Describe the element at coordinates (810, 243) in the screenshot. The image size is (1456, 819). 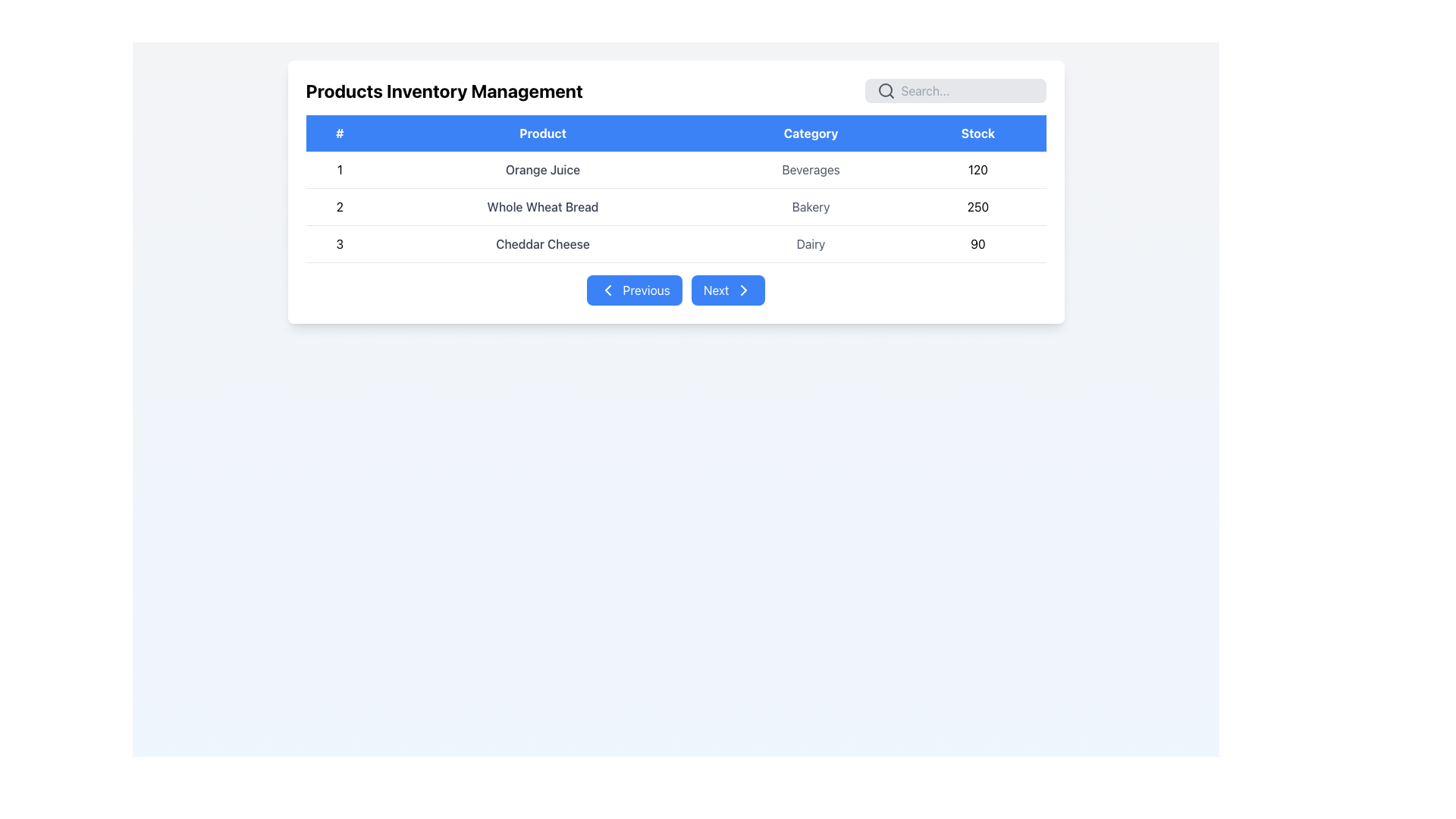
I see `the gray text element displaying 'Dairy' located in the third row under the 'Category' column of the table` at that location.